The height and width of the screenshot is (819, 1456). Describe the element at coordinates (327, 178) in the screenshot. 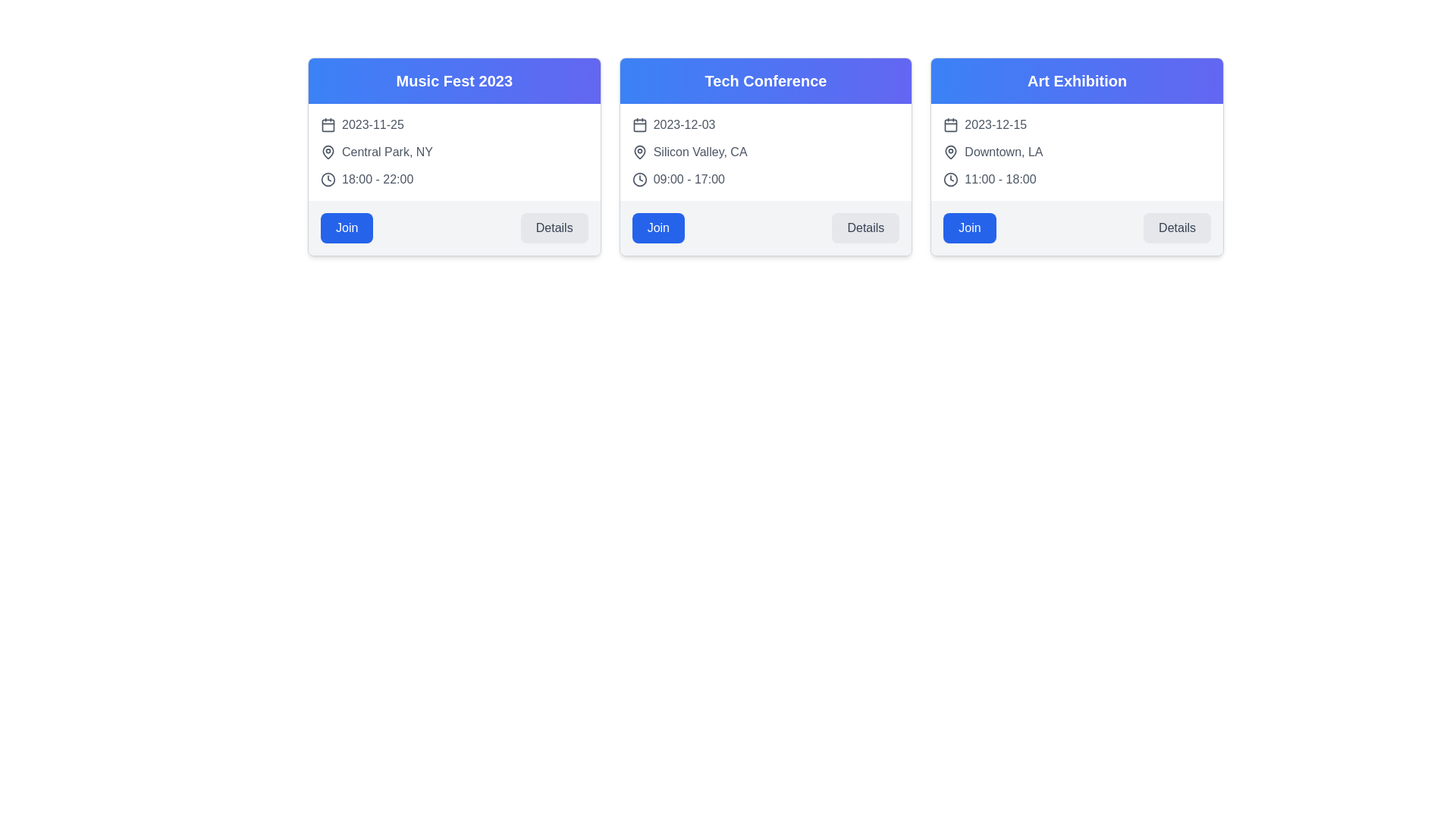

I see `the clock icon located in the 'Music Fest 2023' card, adjacent to the text '18:00 - 22:00'` at that location.